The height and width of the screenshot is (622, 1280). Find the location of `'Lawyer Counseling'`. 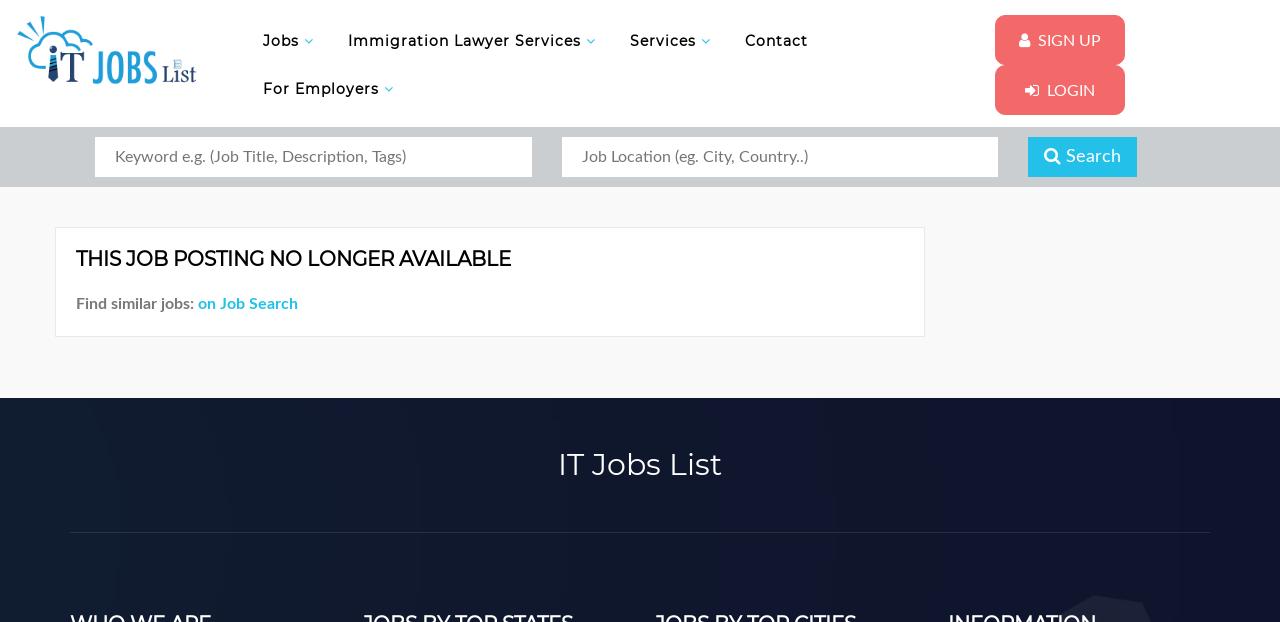

'Lawyer Counseling' is located at coordinates (432, 175).